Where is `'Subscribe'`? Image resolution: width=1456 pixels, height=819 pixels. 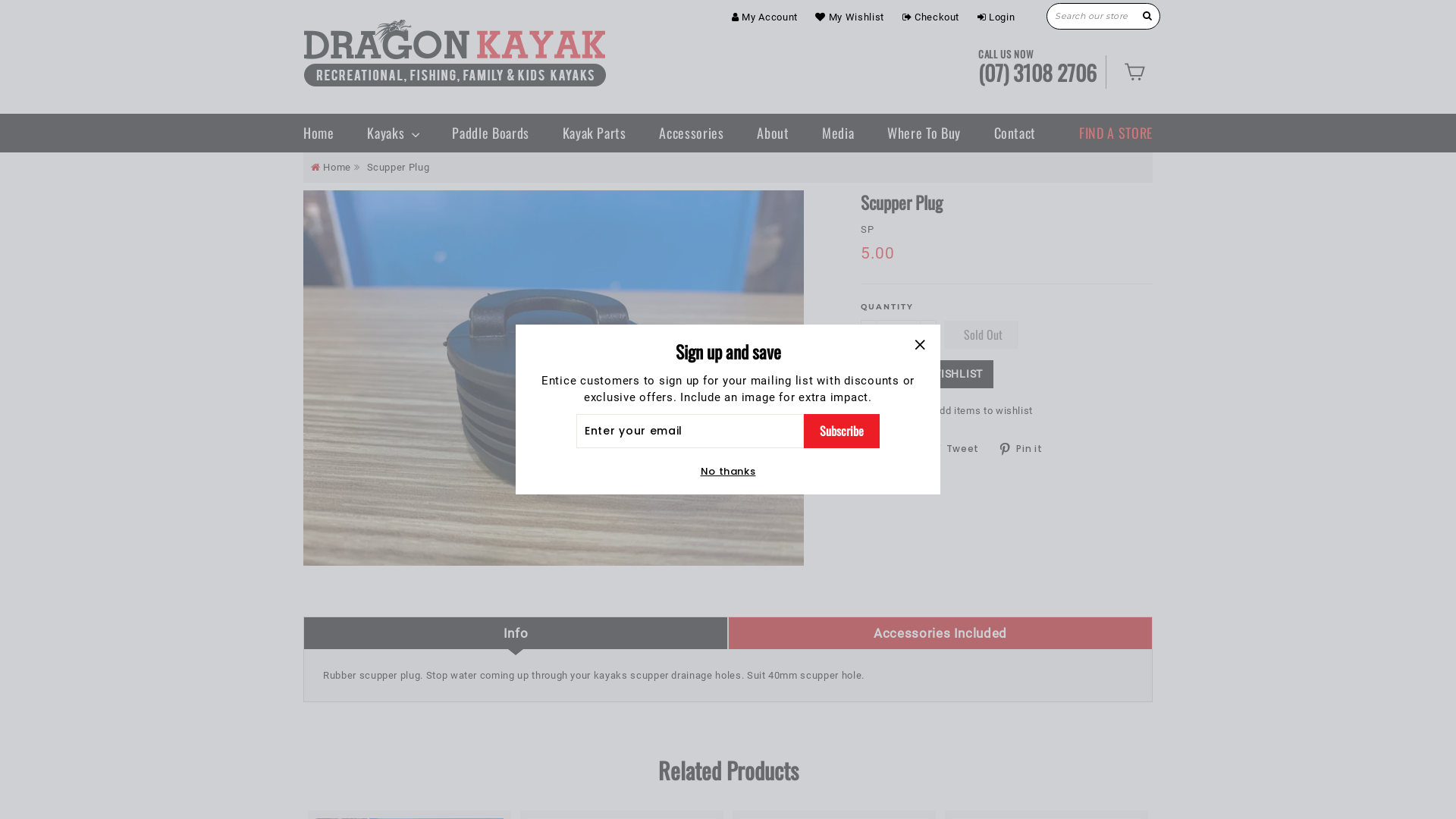
'Subscribe' is located at coordinates (840, 431).